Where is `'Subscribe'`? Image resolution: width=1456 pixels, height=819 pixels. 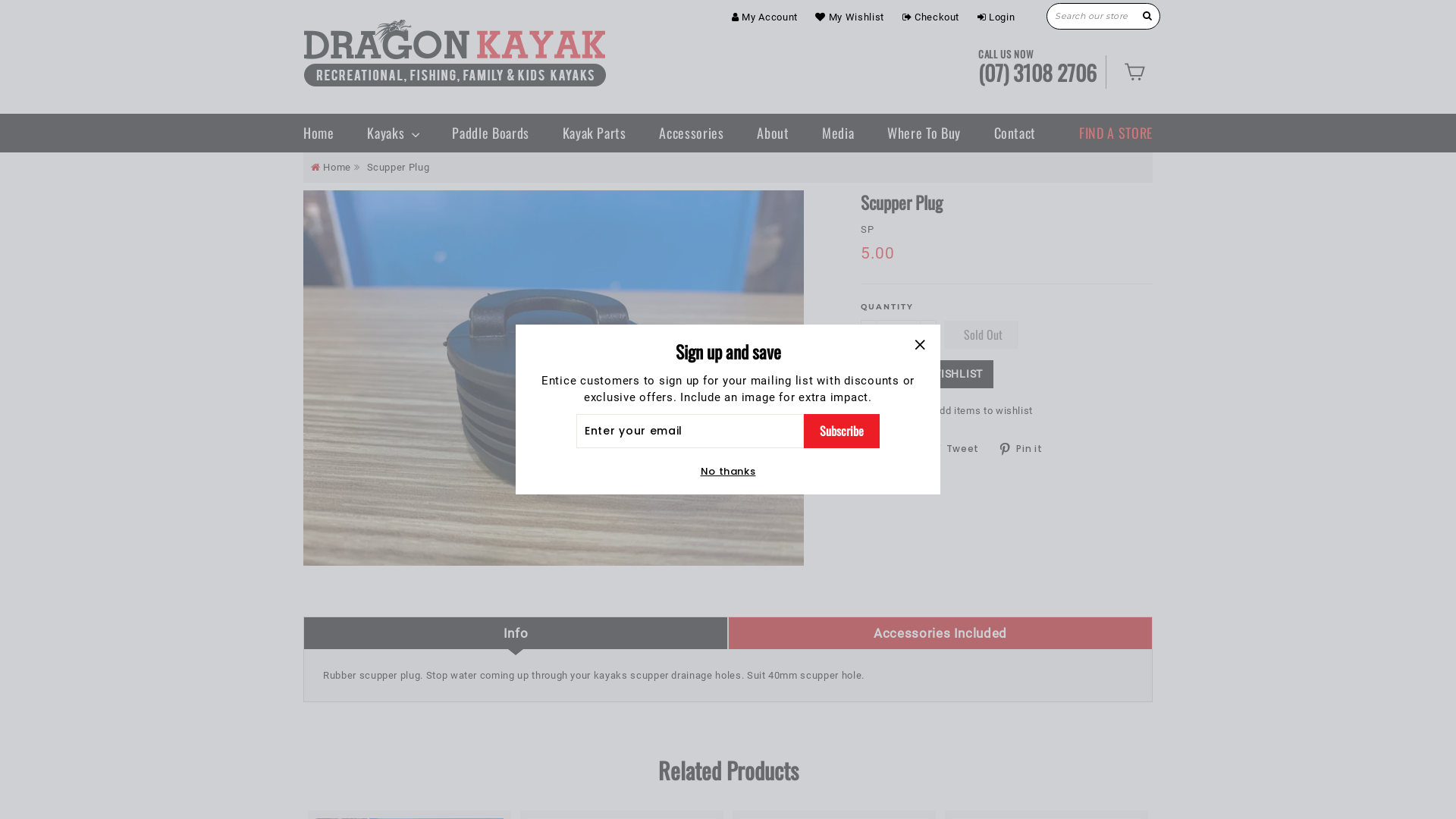
'Subscribe' is located at coordinates (840, 431).